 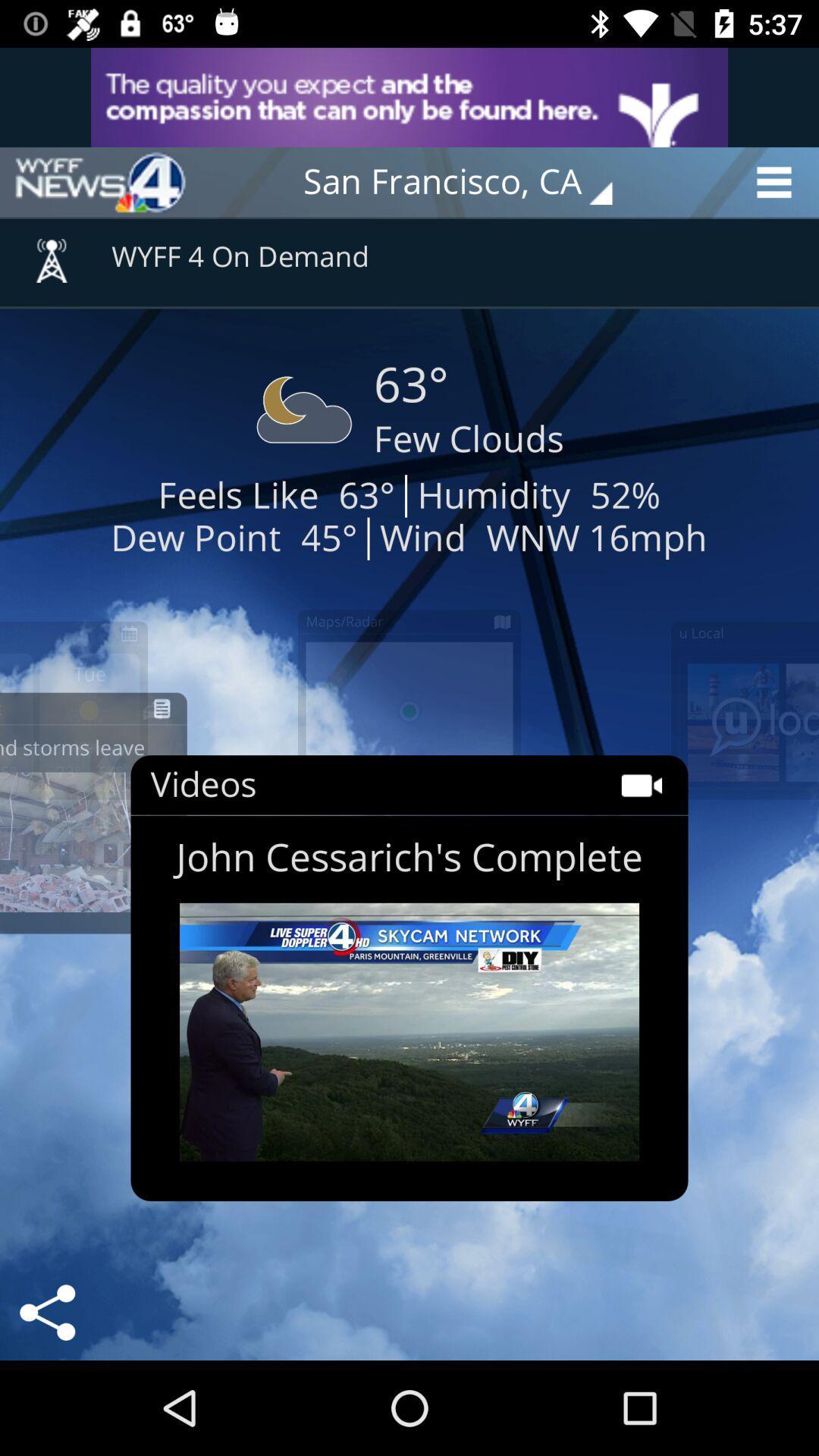 I want to click on the text left to menu icon, so click(x=468, y=182).